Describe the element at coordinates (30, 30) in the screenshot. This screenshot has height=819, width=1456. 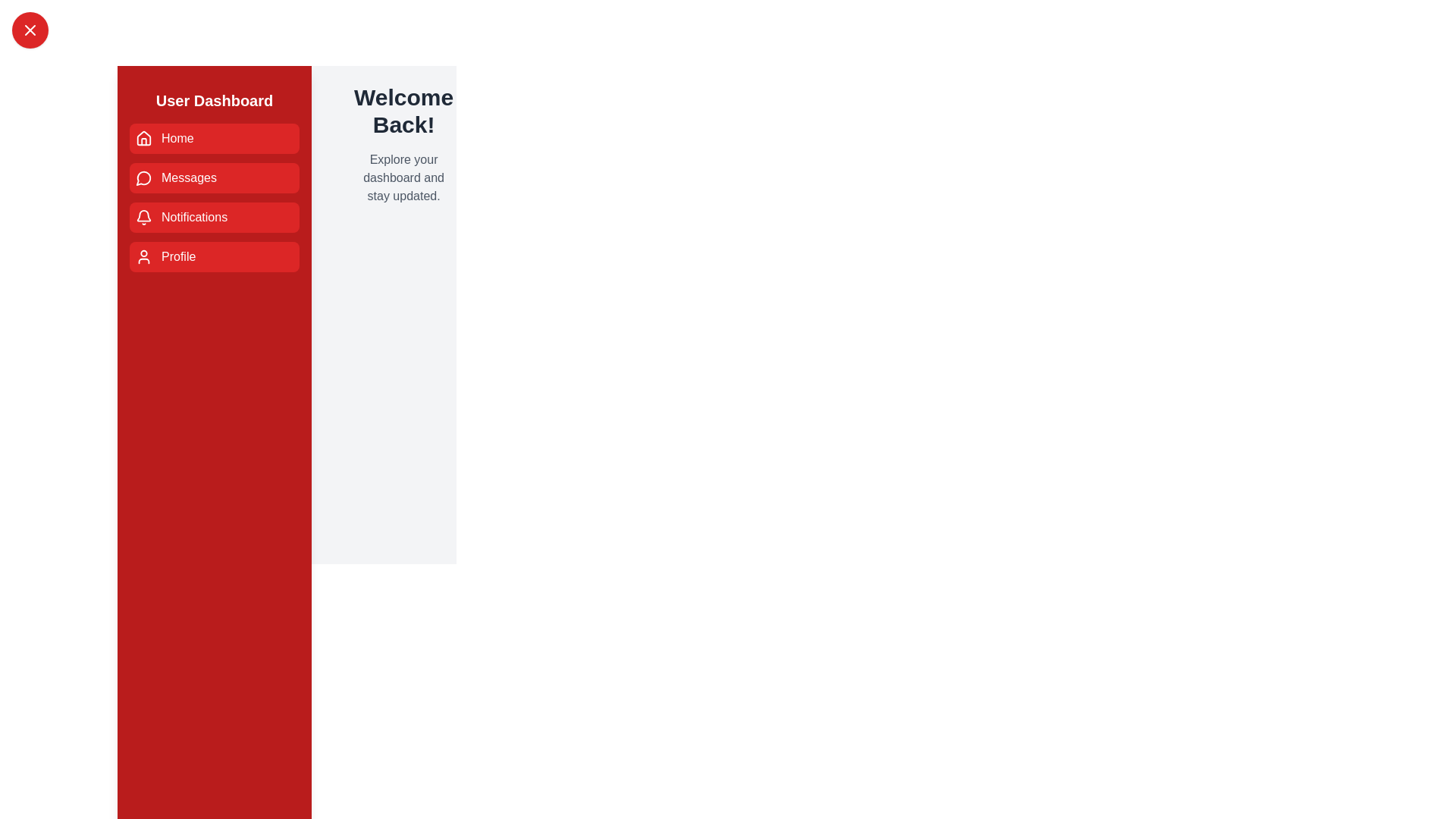
I see `toggle button to toggle the sidebar drawer` at that location.